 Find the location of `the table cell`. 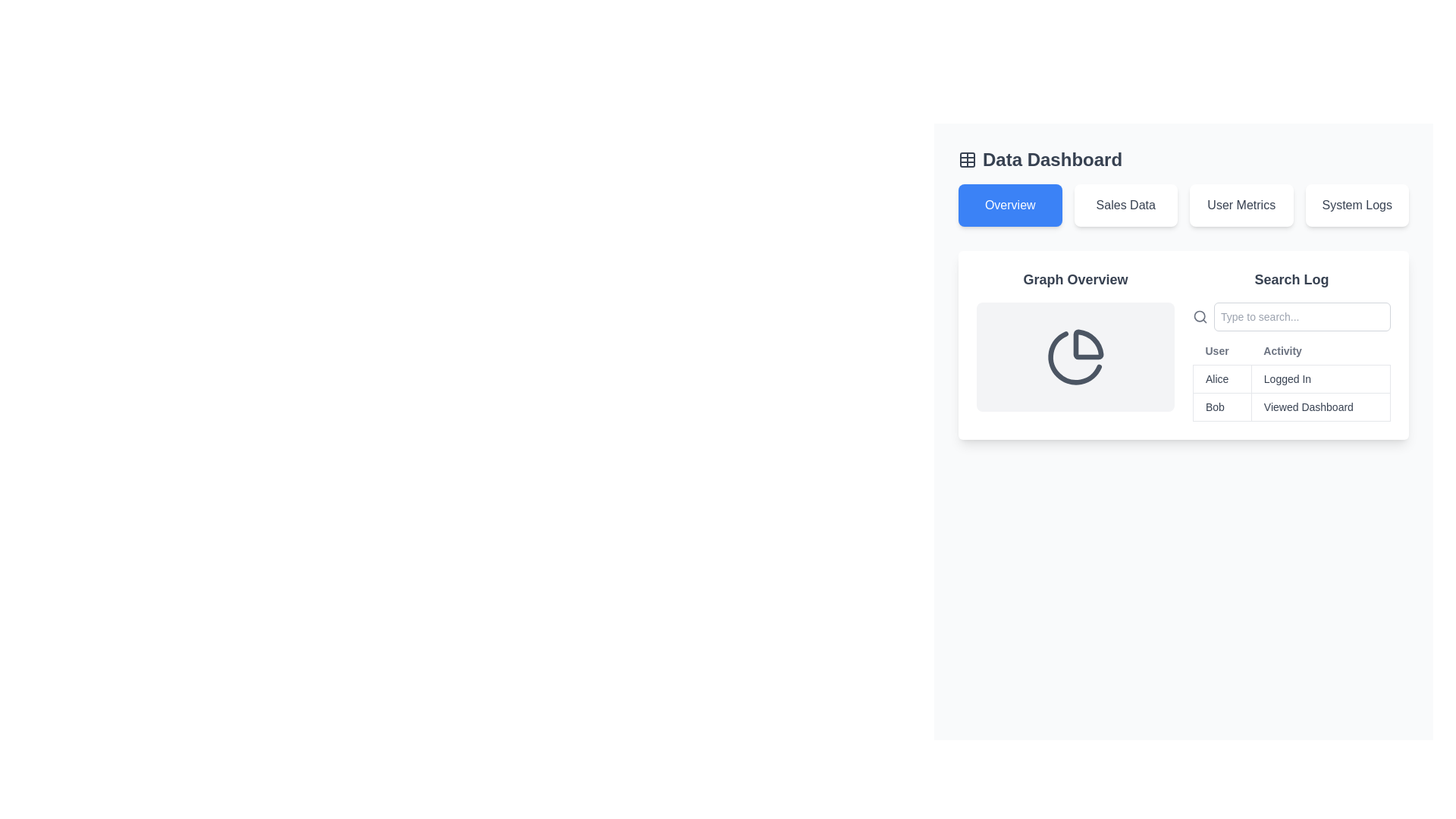

the table cell is located at coordinates (1291, 378).